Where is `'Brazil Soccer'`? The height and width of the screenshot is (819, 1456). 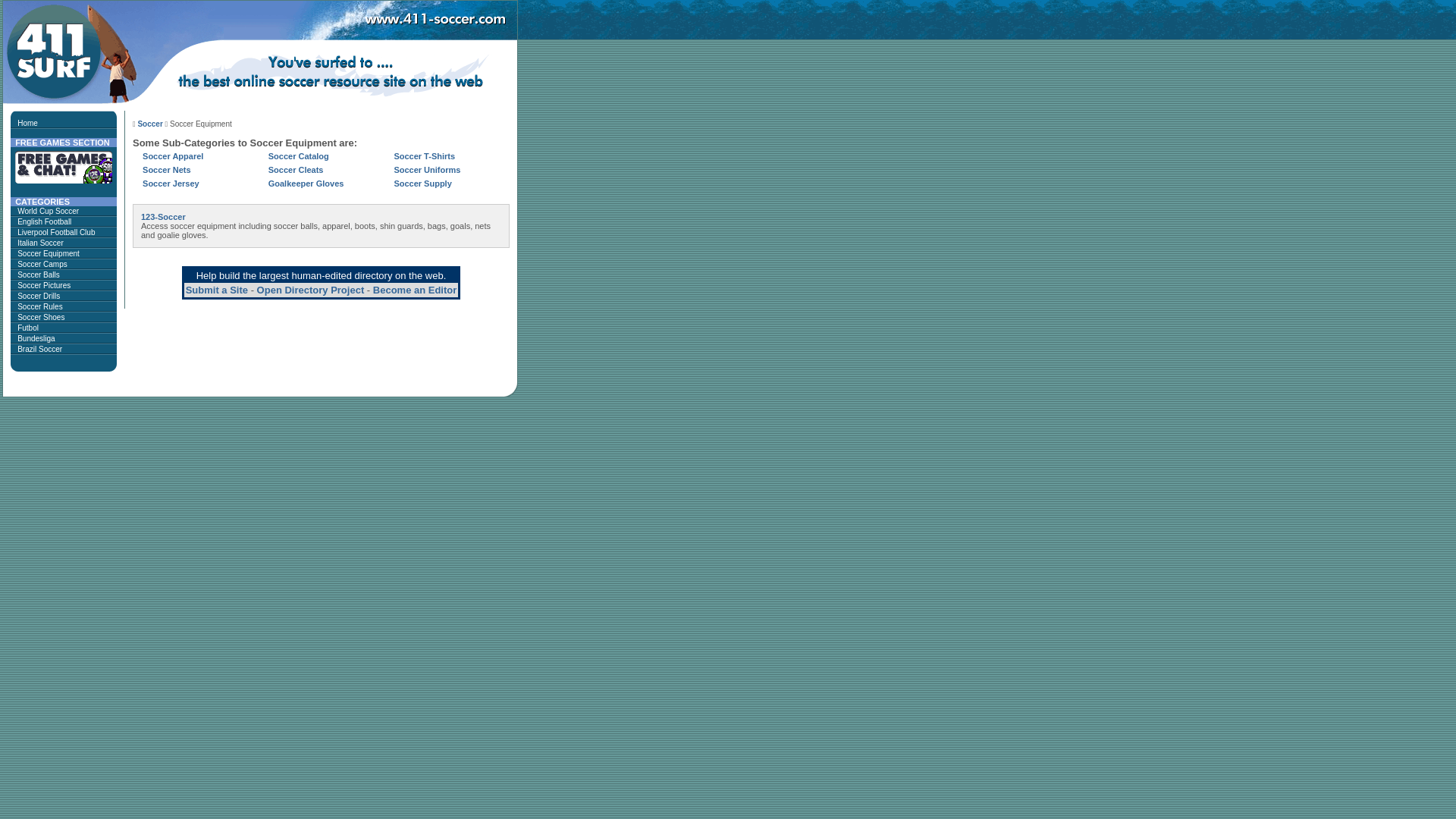 'Brazil Soccer' is located at coordinates (39, 349).